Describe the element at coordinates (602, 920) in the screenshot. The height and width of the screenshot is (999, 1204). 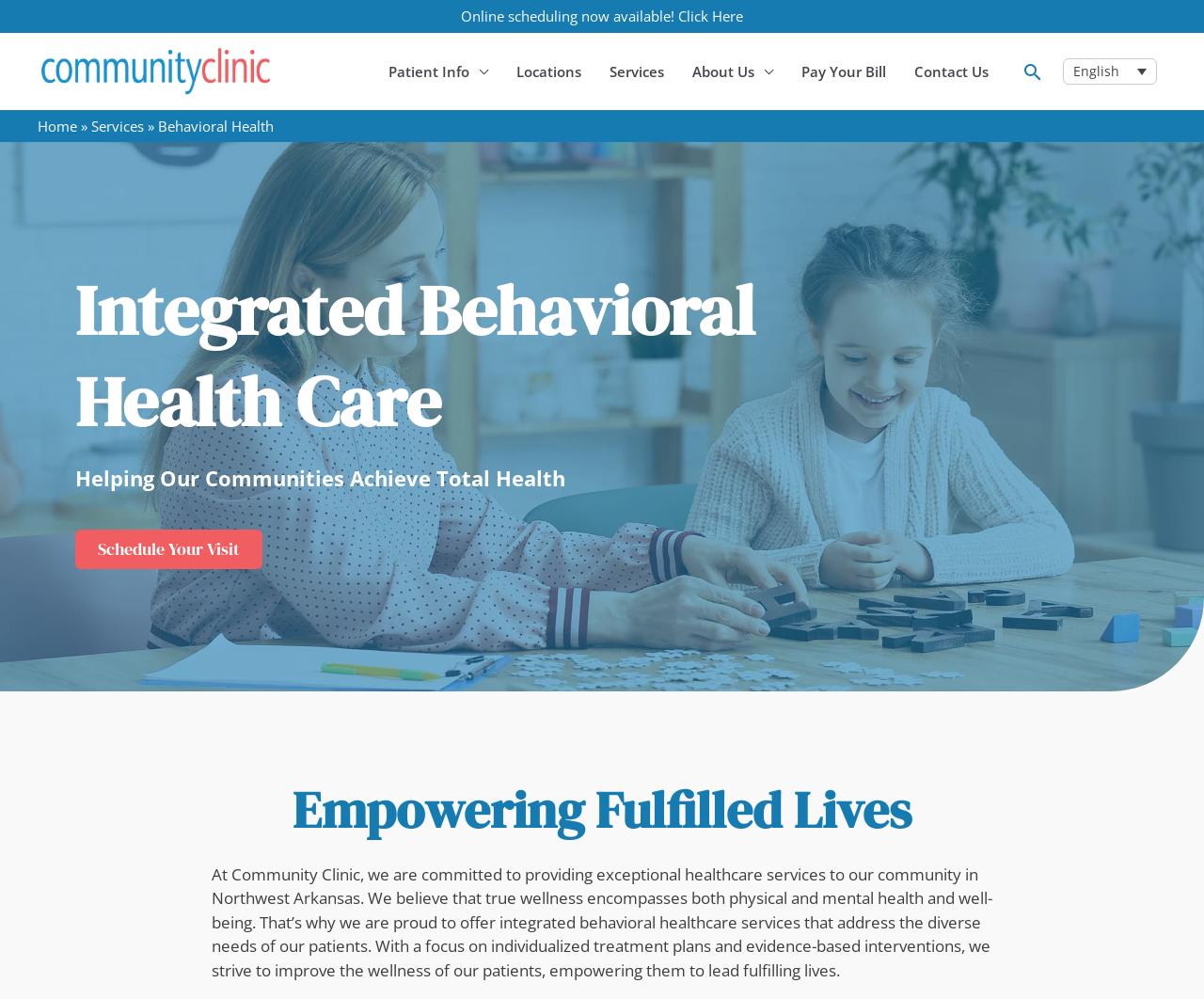
I see `'At Community Clinic, we are committed to providing exceptional healthcare services to our community in Northwest Arkansas. We believe that true wellness encompasses both physical and mental health and well-being. That’s why we are proud to offer integrated behavioral healthcare services that address the diverse needs of our patients. With a focus on individualized treatment plans and evidence-based interventions, we strive to improve the wellness of our patients, empowering them to lead fulfilling lives.'` at that location.